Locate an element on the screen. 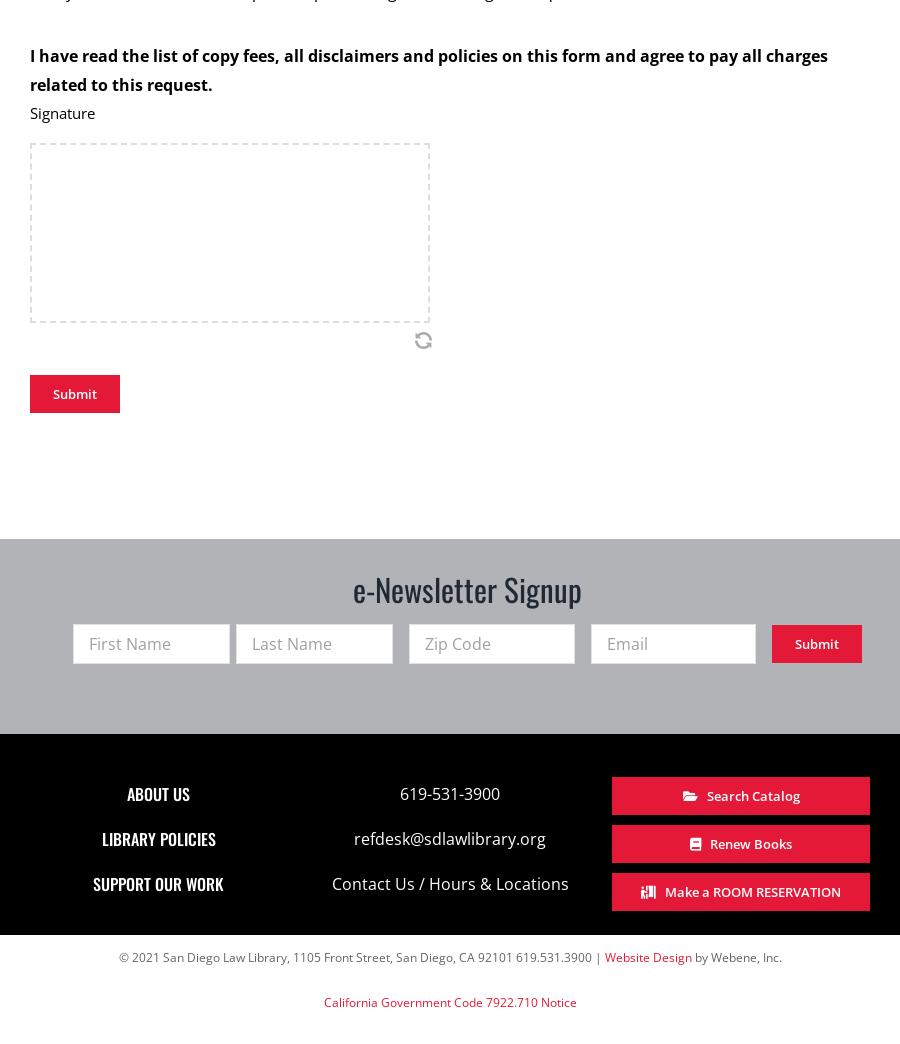 This screenshot has width=900, height=1044. 'Make a ROOM RESERVATION' is located at coordinates (752, 891).